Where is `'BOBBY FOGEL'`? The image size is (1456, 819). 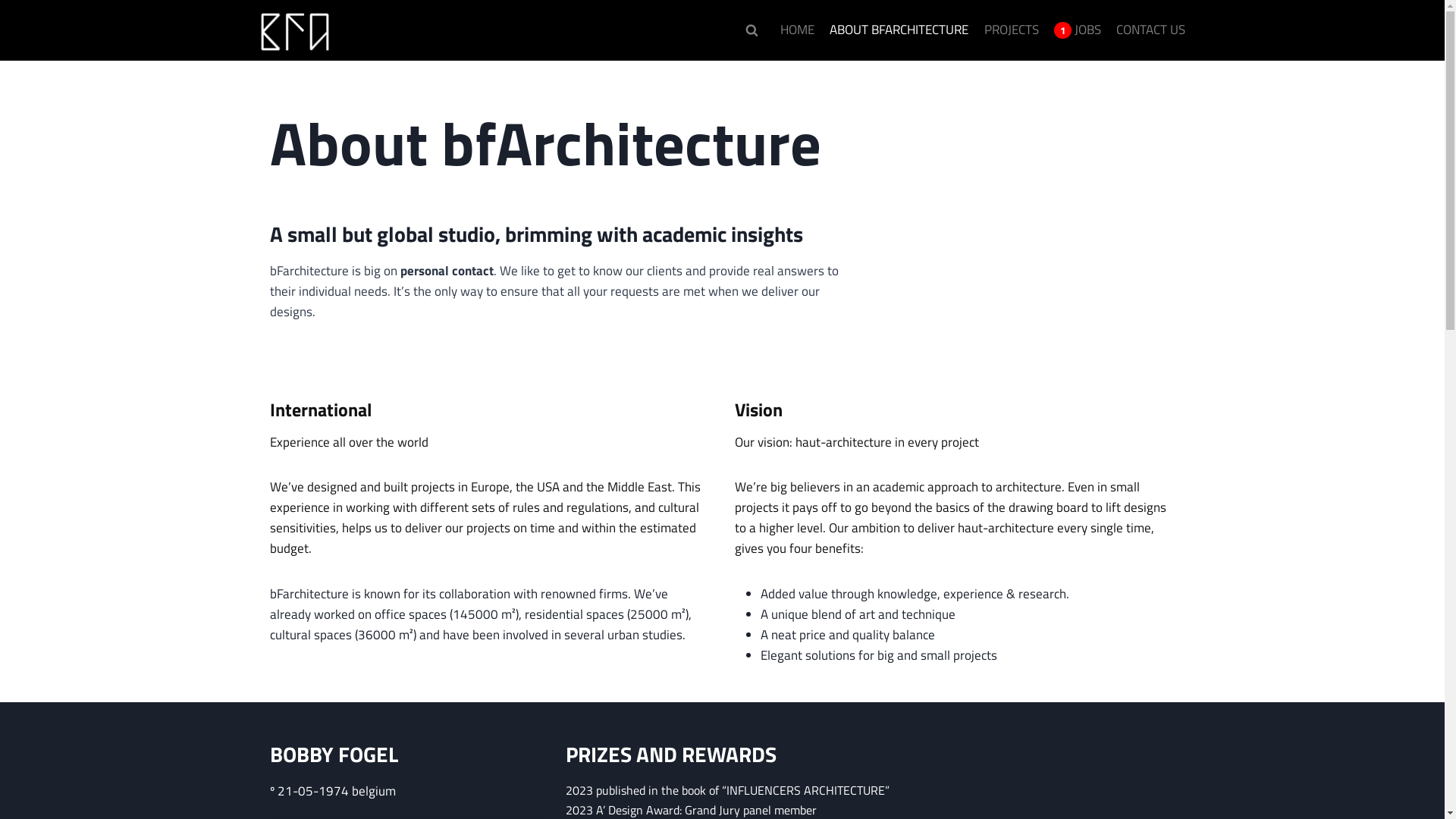 'BOBBY FOGEL' is located at coordinates (333, 754).